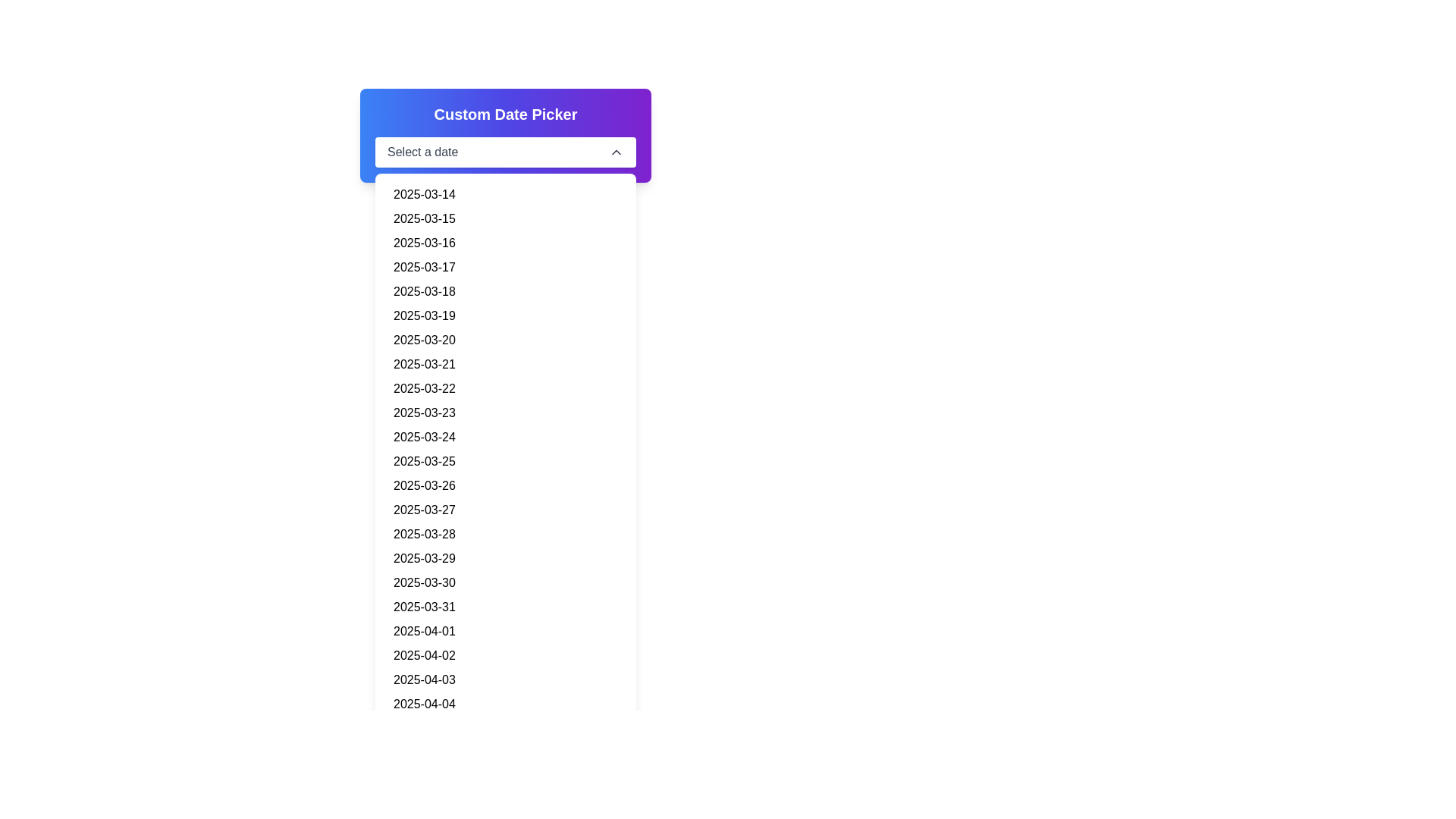 This screenshot has height=819, width=1456. Describe the element at coordinates (506, 365) in the screenshot. I see `the 8th selectable date in the dropdown menu` at that location.